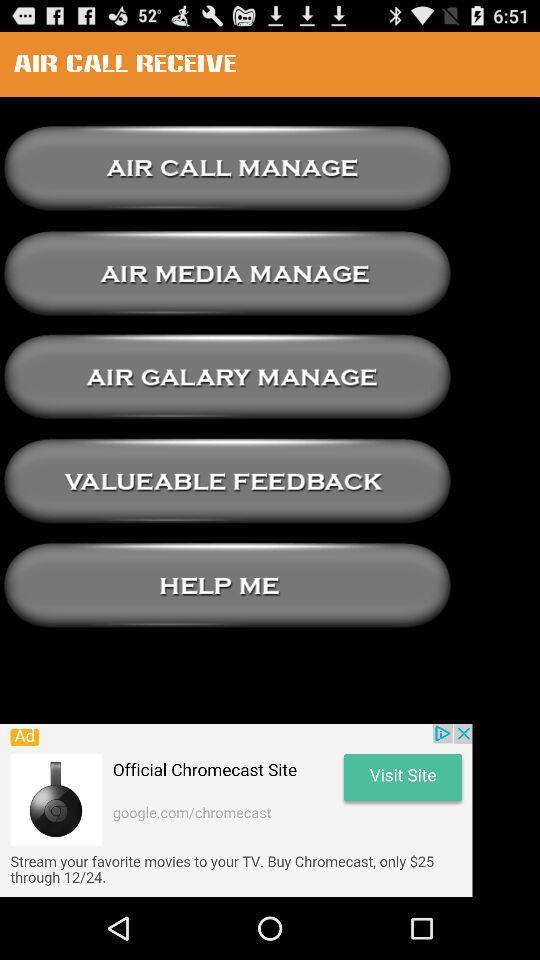 This screenshot has width=540, height=960. What do you see at coordinates (235, 810) in the screenshot?
I see `advertisement` at bounding box center [235, 810].